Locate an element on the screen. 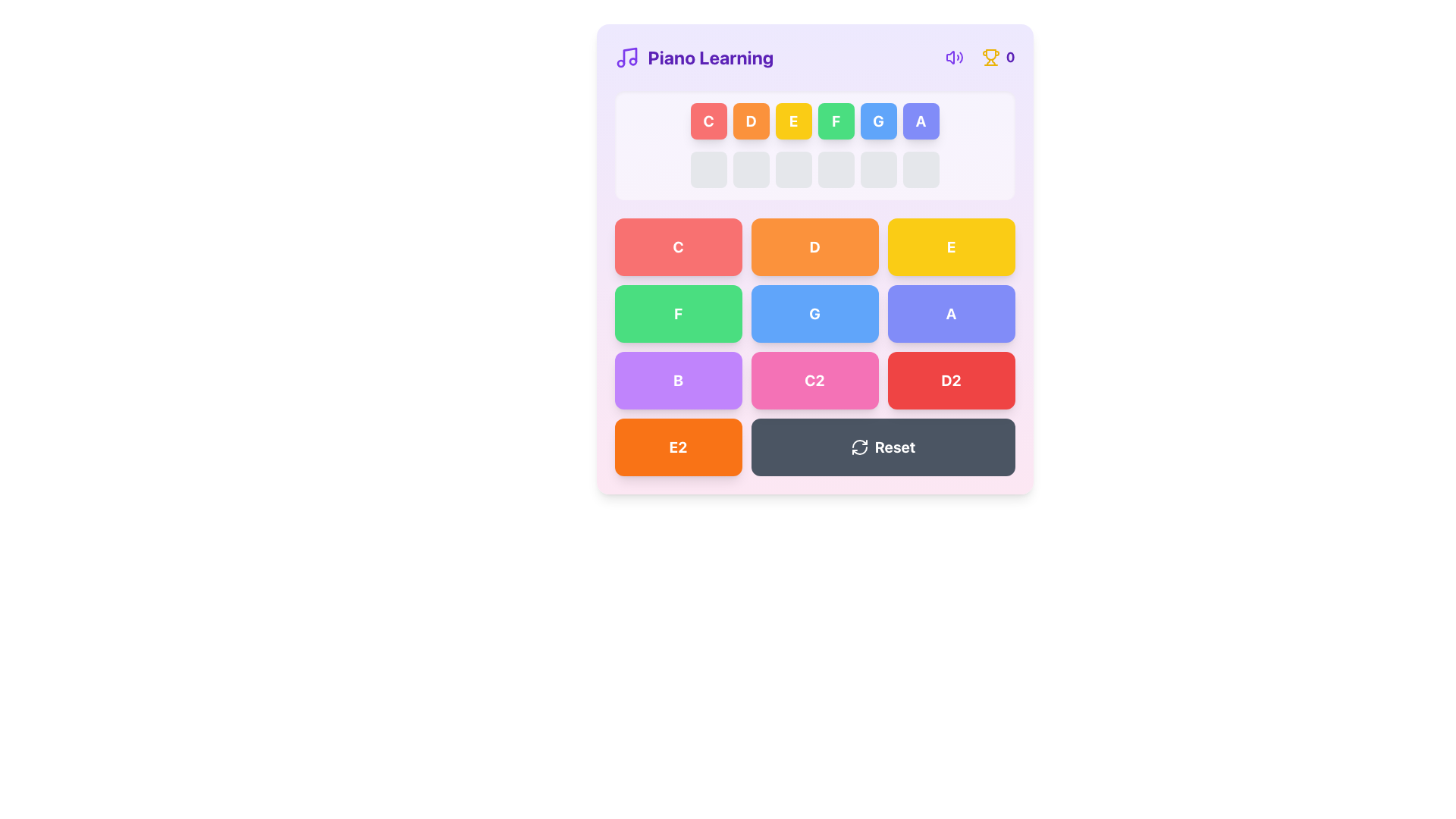 The image size is (1456, 819). the text label within the button representing a musical note in the first row of the grid interface is located at coordinates (708, 120).